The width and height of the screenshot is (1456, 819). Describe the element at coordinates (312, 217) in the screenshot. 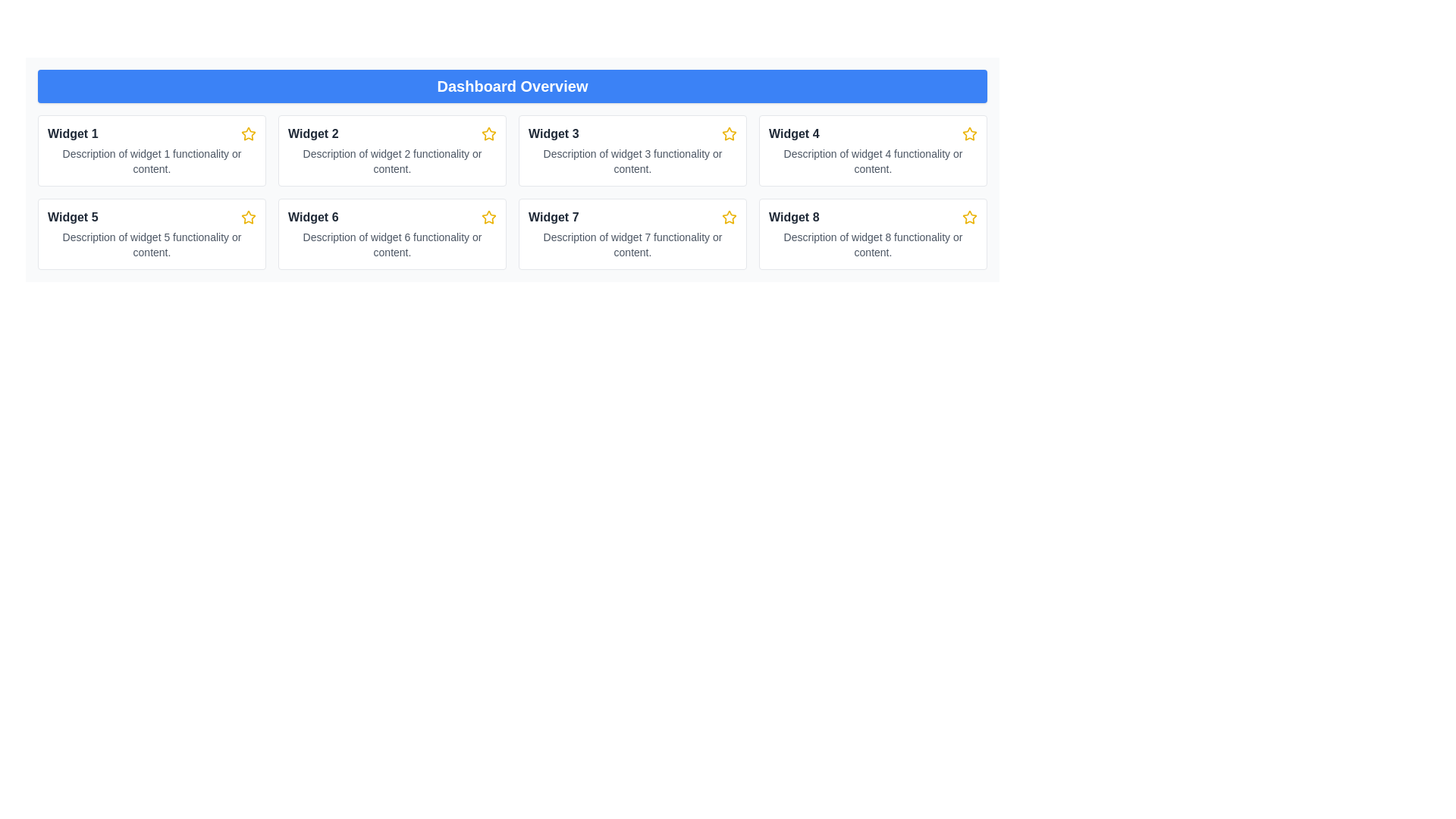

I see `the title text of 'Widget 6' located in the sixth card of the dashboard to focus on it` at that location.